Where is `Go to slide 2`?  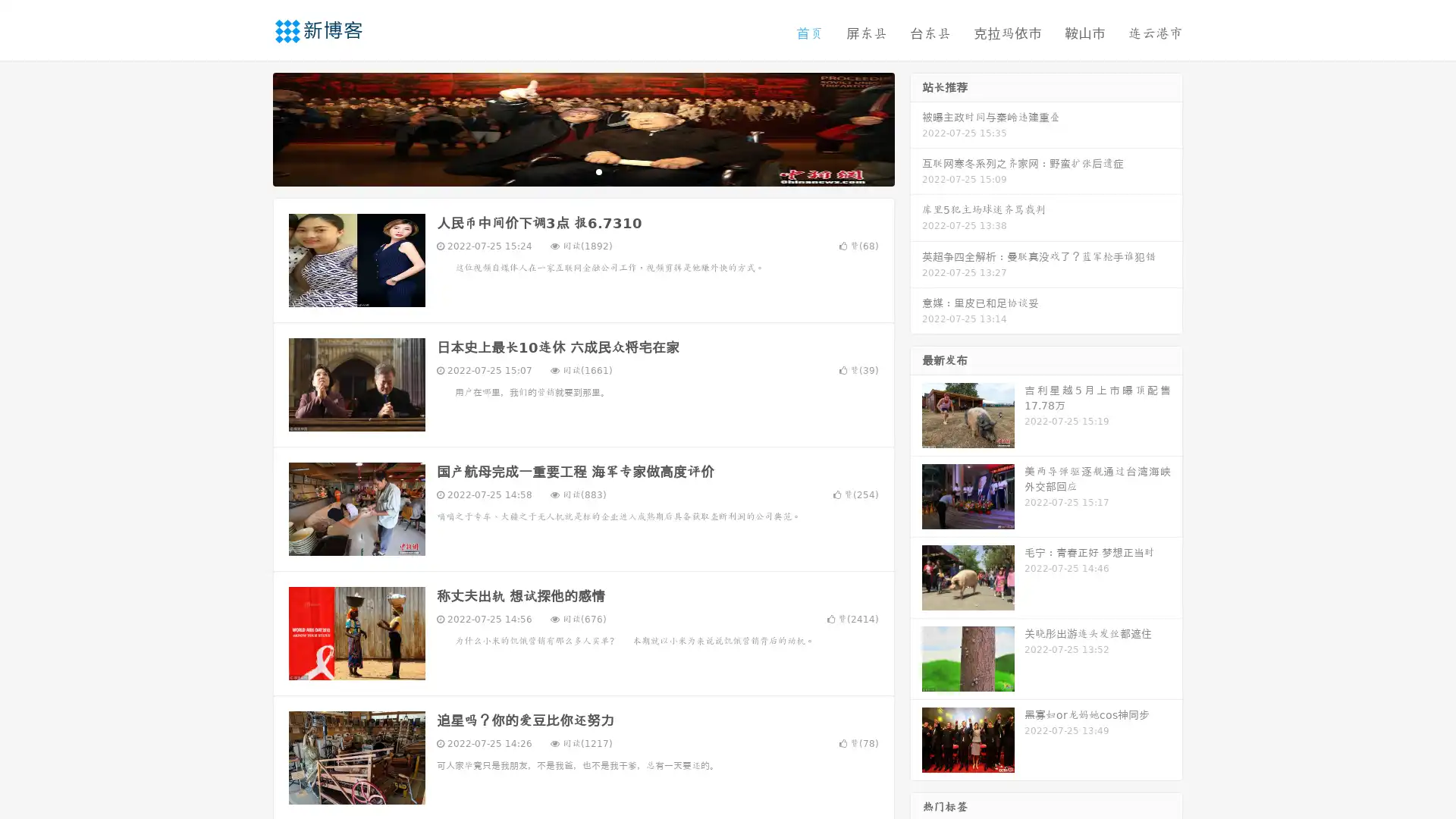
Go to slide 2 is located at coordinates (582, 171).